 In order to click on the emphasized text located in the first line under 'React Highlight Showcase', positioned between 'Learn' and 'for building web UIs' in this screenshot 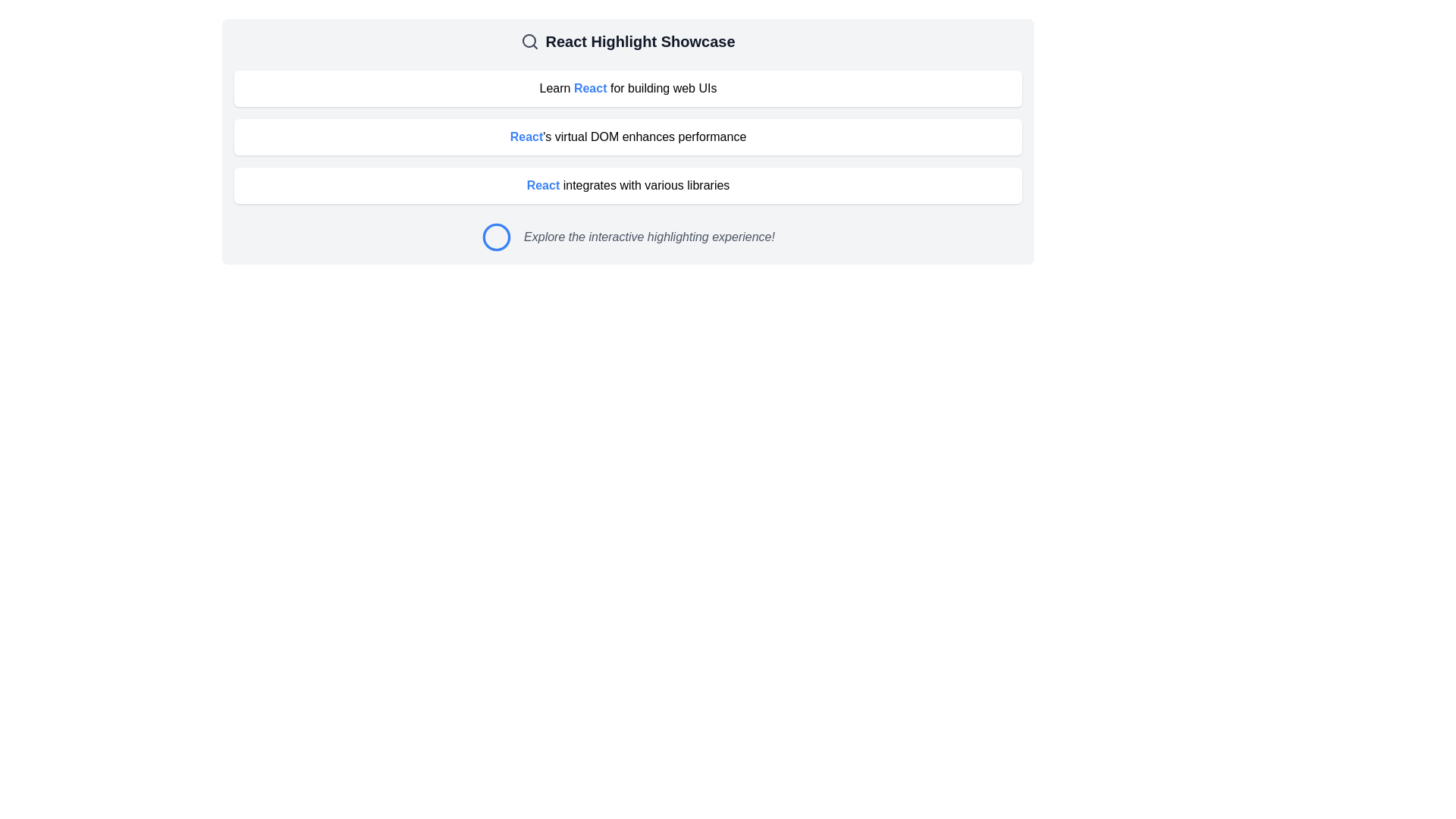, I will do `click(589, 88)`.